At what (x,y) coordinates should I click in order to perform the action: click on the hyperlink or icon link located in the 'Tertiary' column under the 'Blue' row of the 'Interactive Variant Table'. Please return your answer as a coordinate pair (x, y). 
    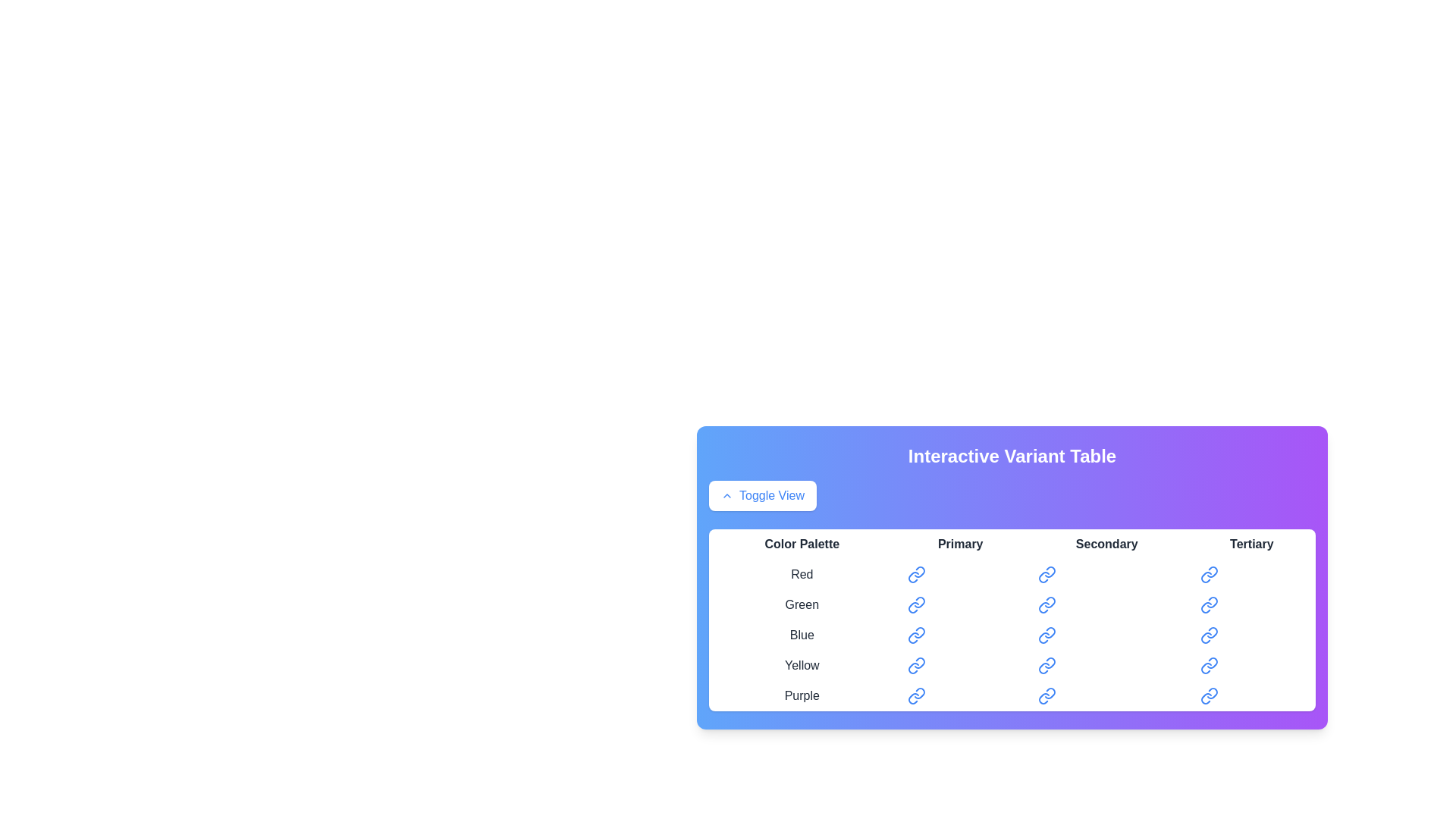
    Looking at the image, I should click on (1208, 635).